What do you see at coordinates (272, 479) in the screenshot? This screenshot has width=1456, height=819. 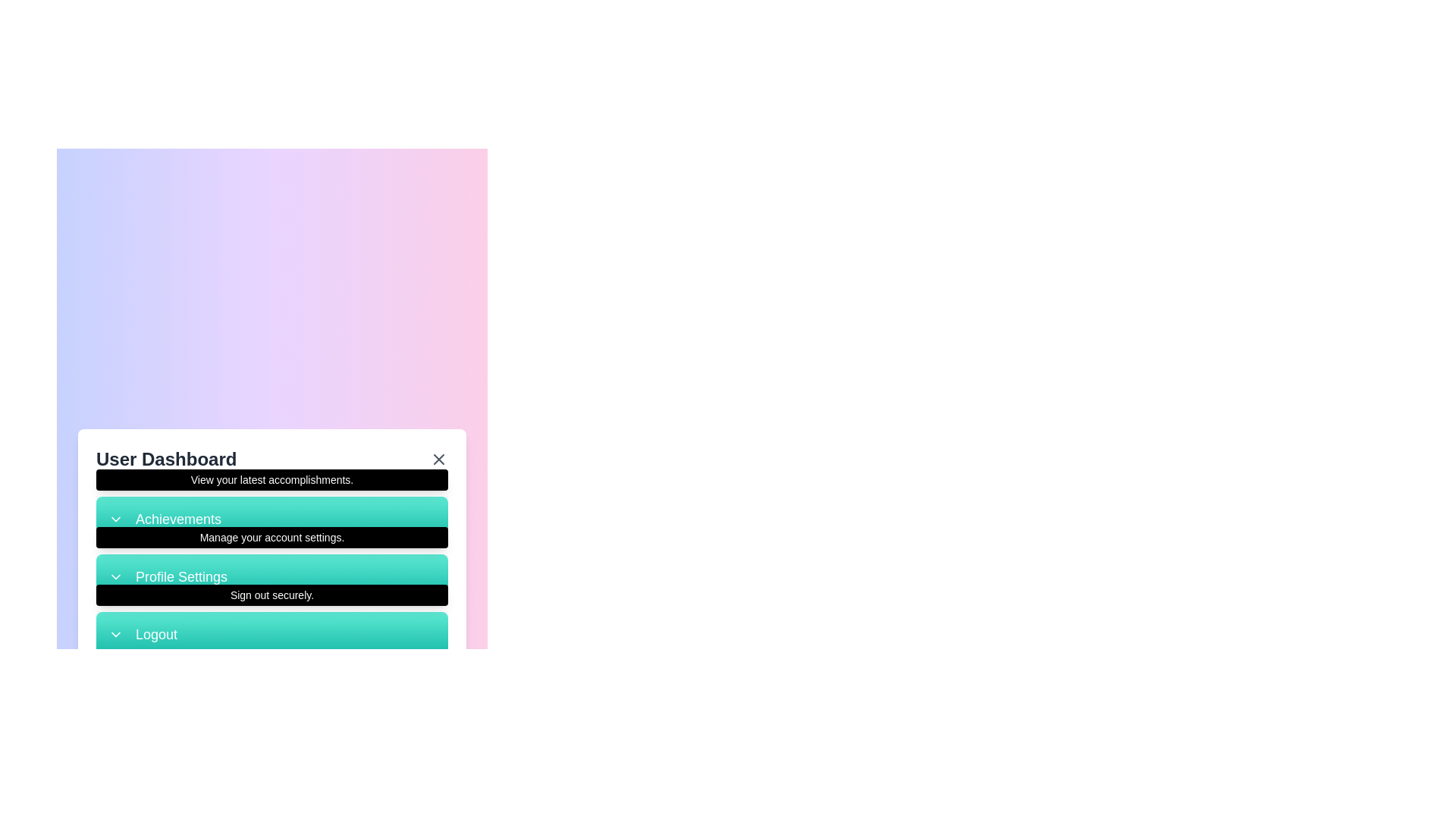 I see `the informative tooltip that provides context for the 'Achievements' section, located centrally above it` at bounding box center [272, 479].